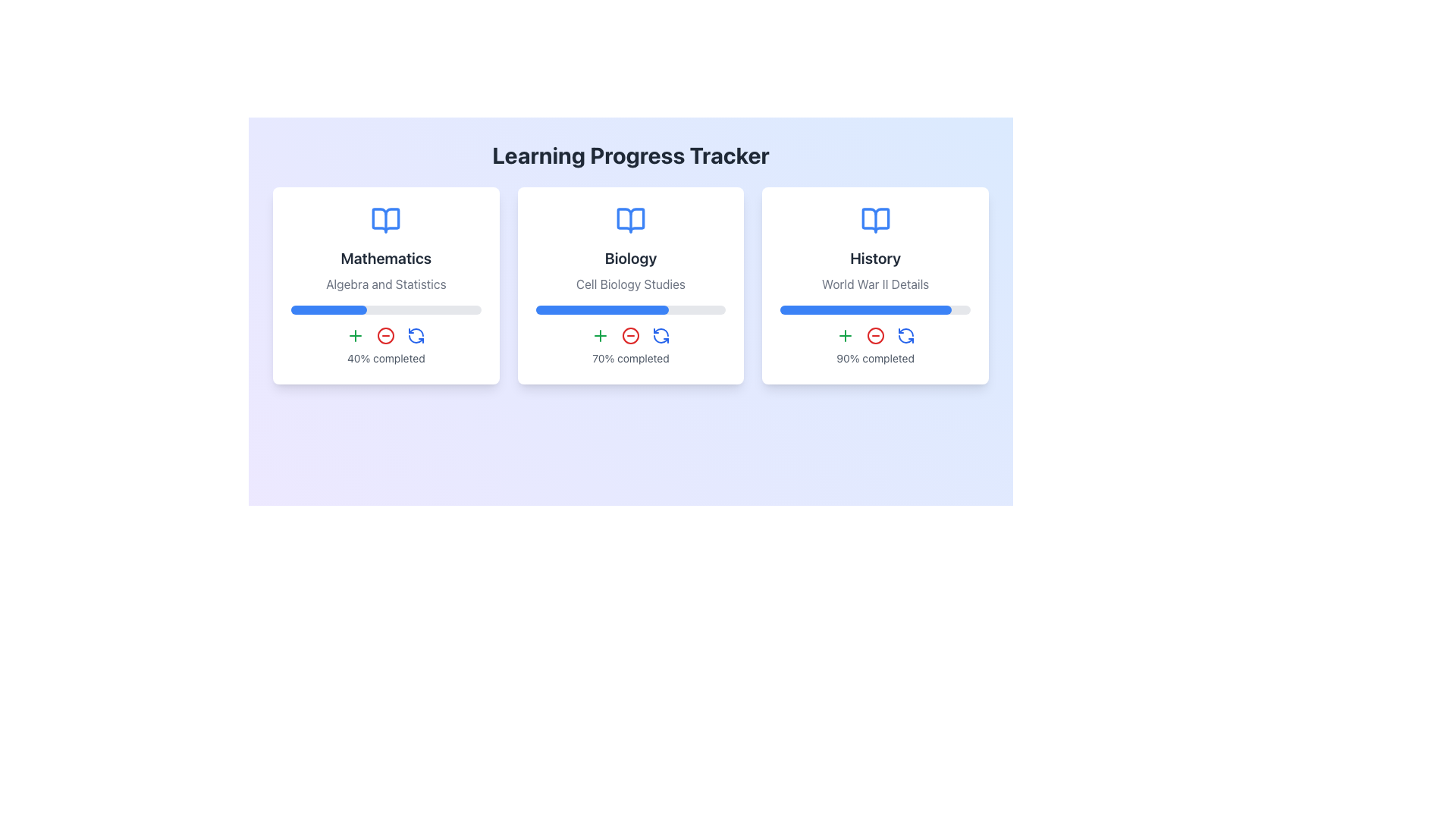  Describe the element at coordinates (630, 335) in the screenshot. I see `the graphical circular outline icon located in the center of the icon set at the bottom of the 'Biology' card in the middle column` at that location.